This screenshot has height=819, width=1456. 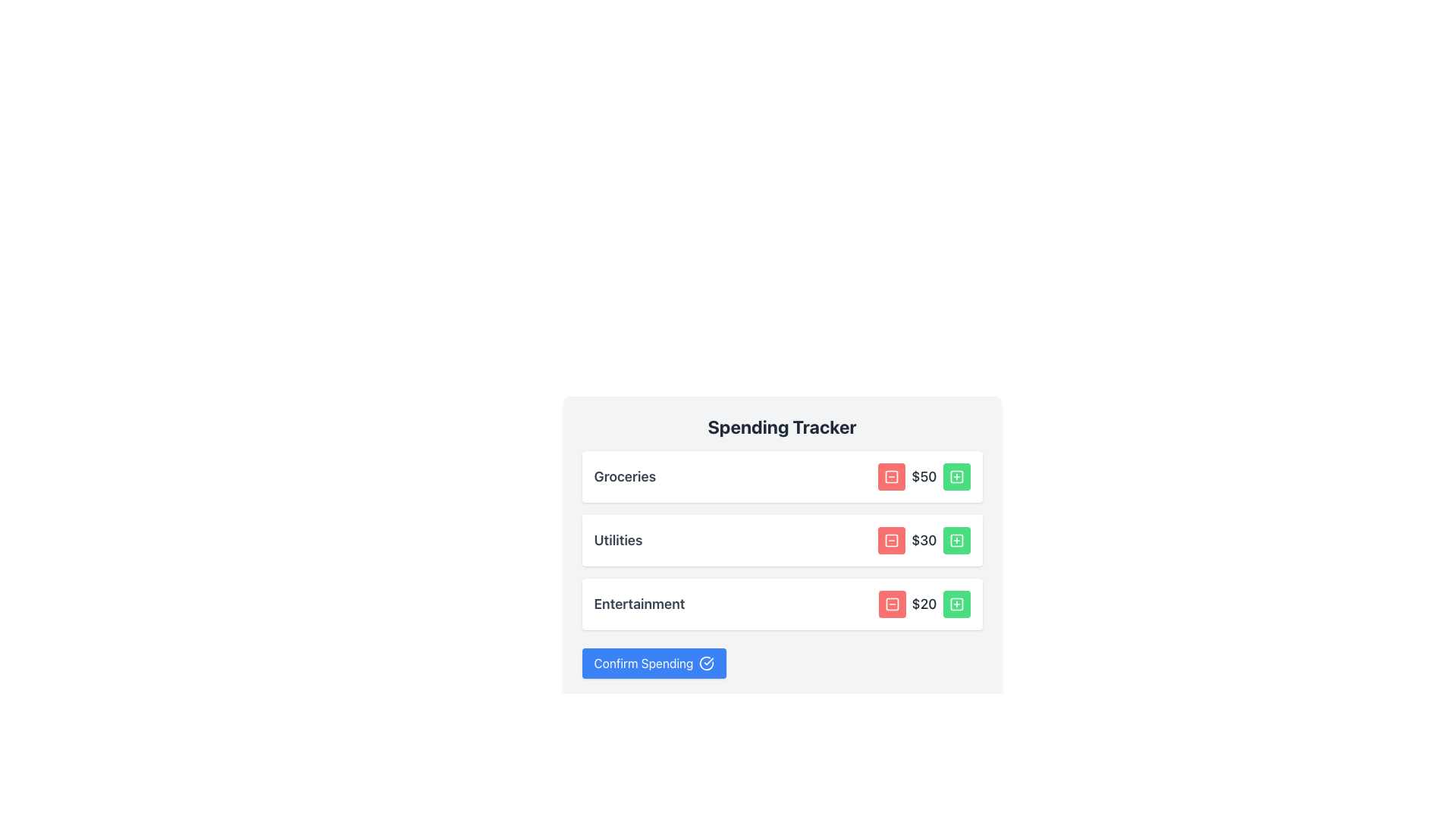 I want to click on the square icon with a red background and a minus symbol inside, located in the 'Entertainment' row of the application interface, to decrease the value, so click(x=892, y=604).